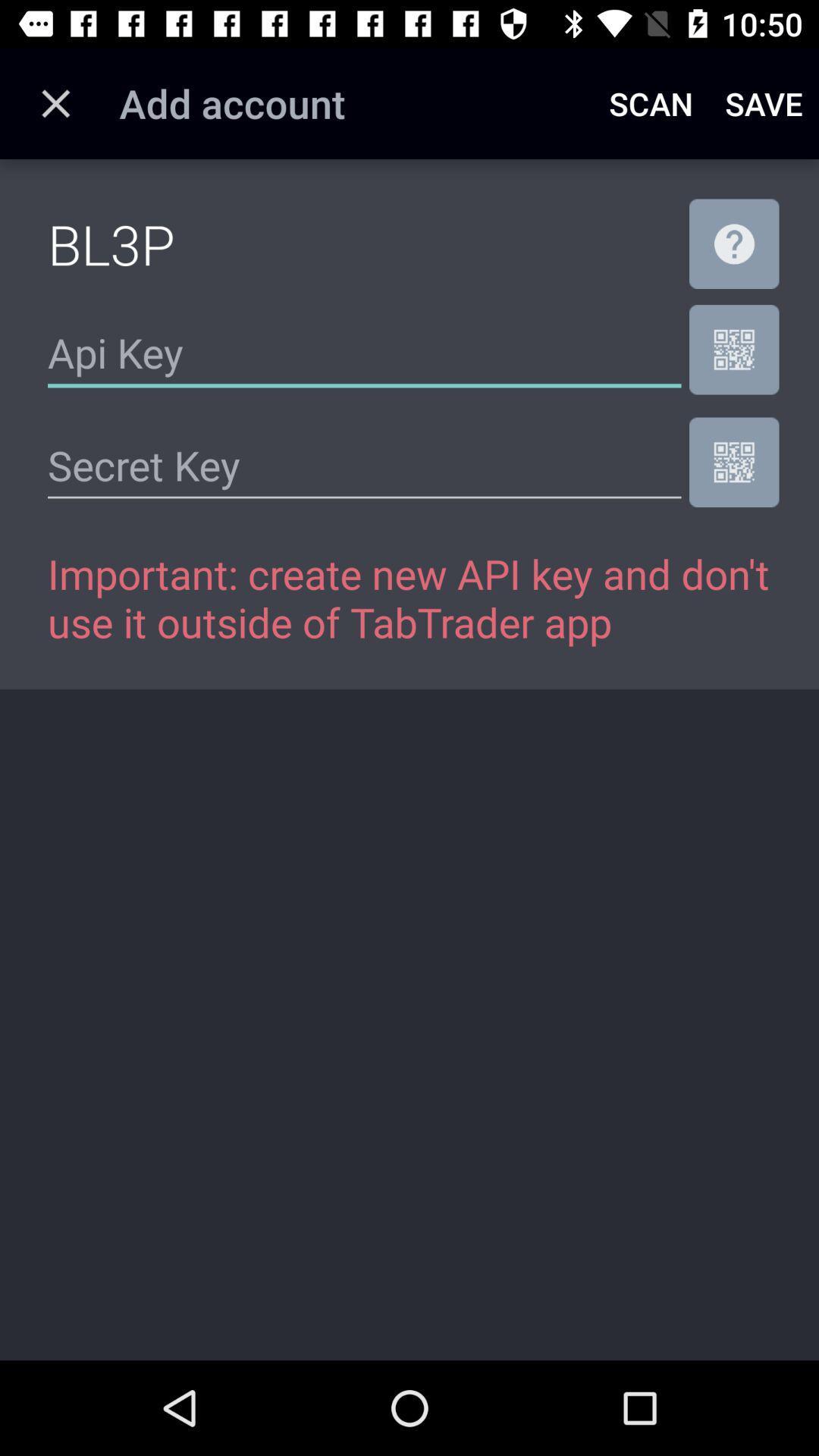 This screenshot has width=819, height=1456. Describe the element at coordinates (764, 102) in the screenshot. I see `the save` at that location.